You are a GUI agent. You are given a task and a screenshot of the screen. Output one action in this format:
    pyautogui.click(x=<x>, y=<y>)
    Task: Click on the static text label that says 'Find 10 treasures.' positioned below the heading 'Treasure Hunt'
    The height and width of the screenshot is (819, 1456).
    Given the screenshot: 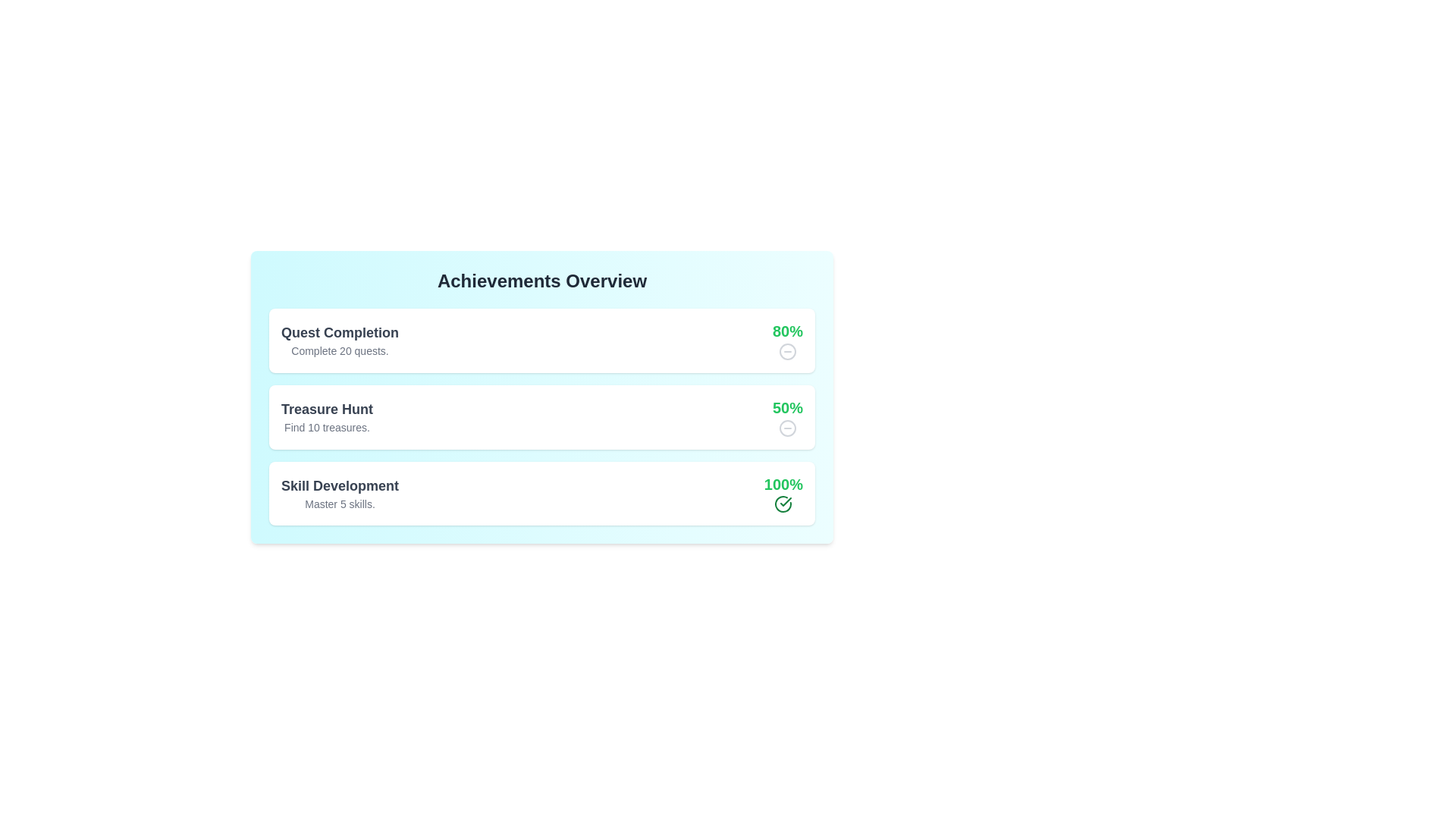 What is the action you would take?
    pyautogui.click(x=326, y=428)
    